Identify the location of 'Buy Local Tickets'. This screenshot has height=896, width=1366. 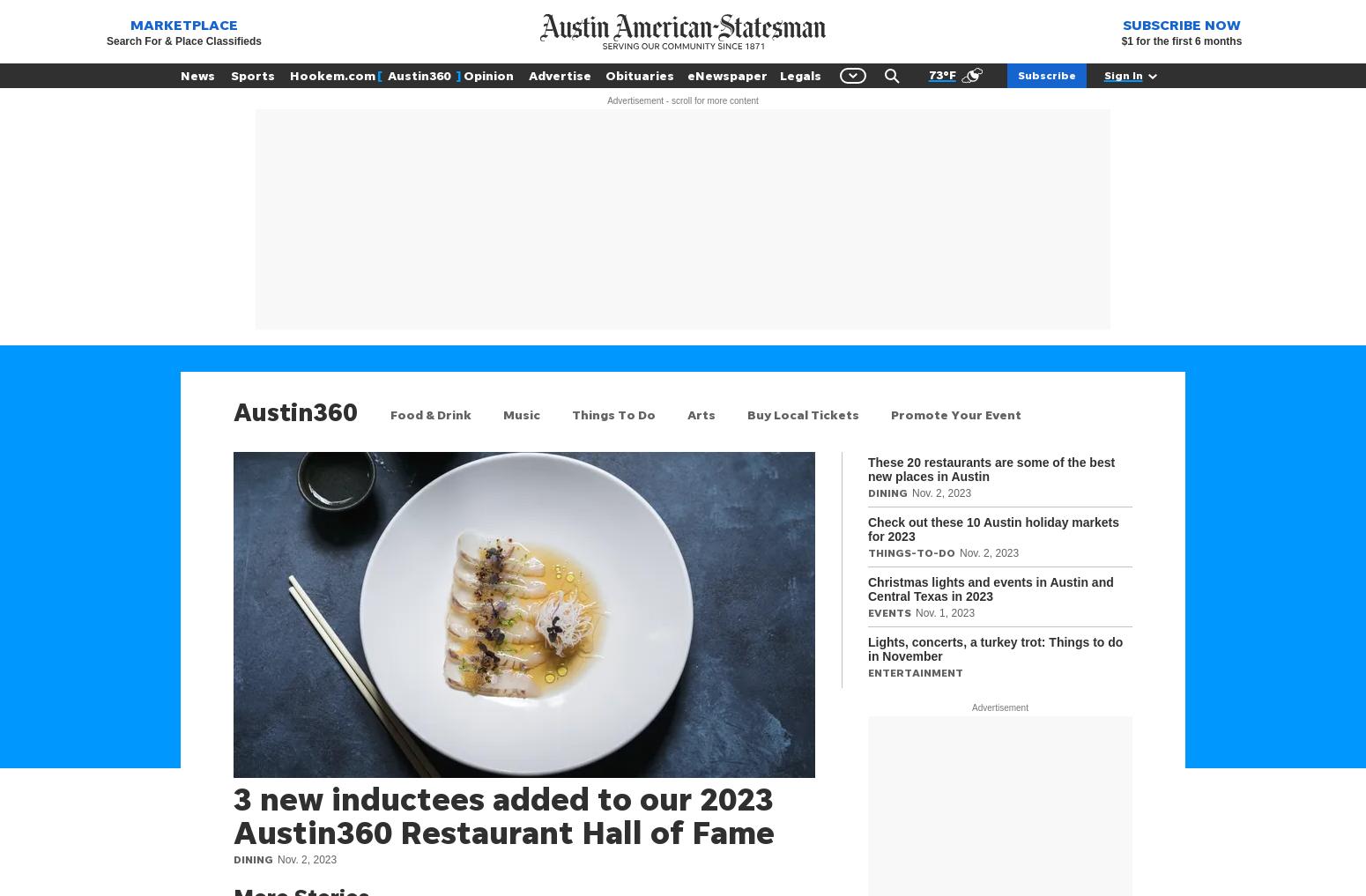
(803, 413).